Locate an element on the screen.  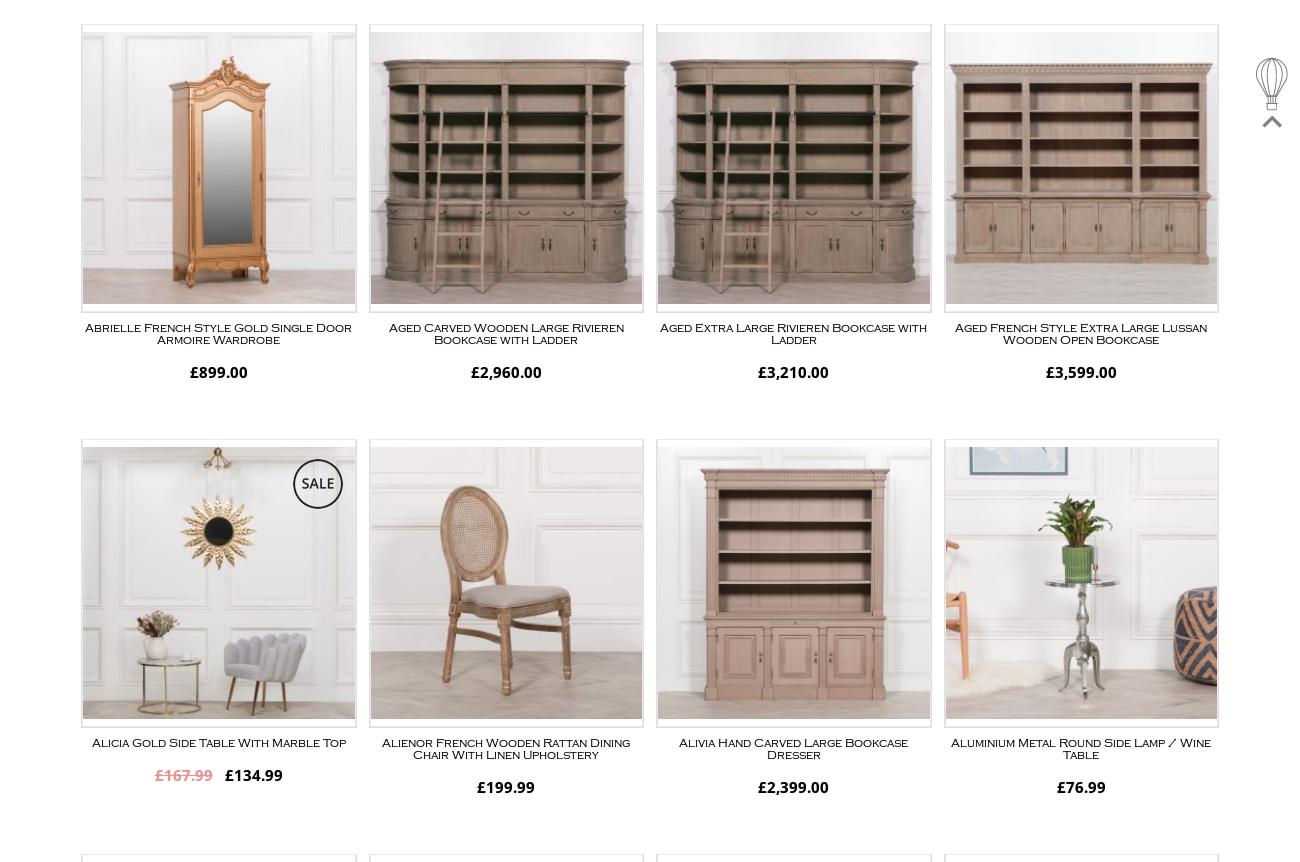
'Aged Extra Large Rivieren Bookcase with Ladder' is located at coordinates (792, 332).